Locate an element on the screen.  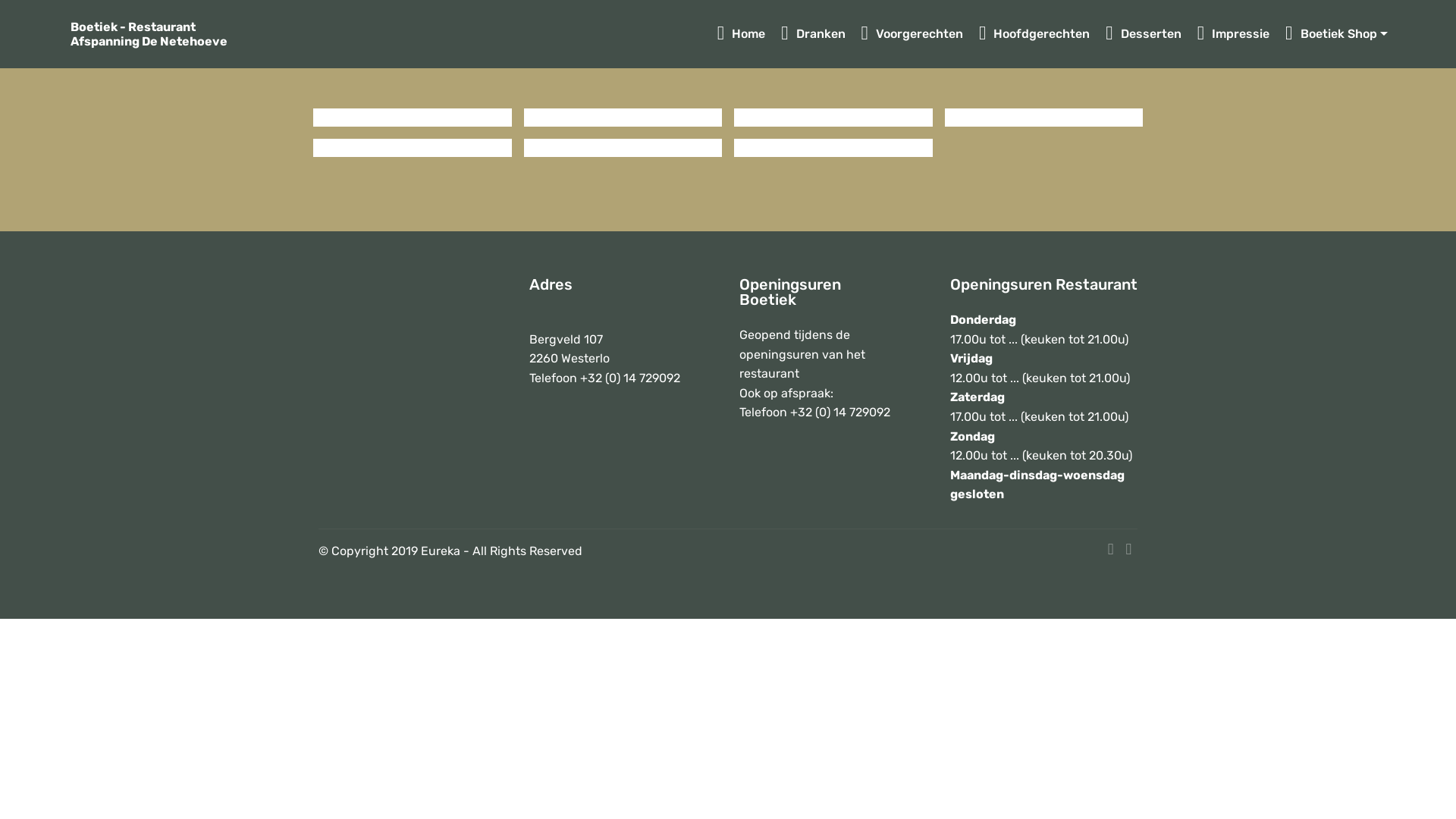
'Impressie' is located at coordinates (1234, 34).